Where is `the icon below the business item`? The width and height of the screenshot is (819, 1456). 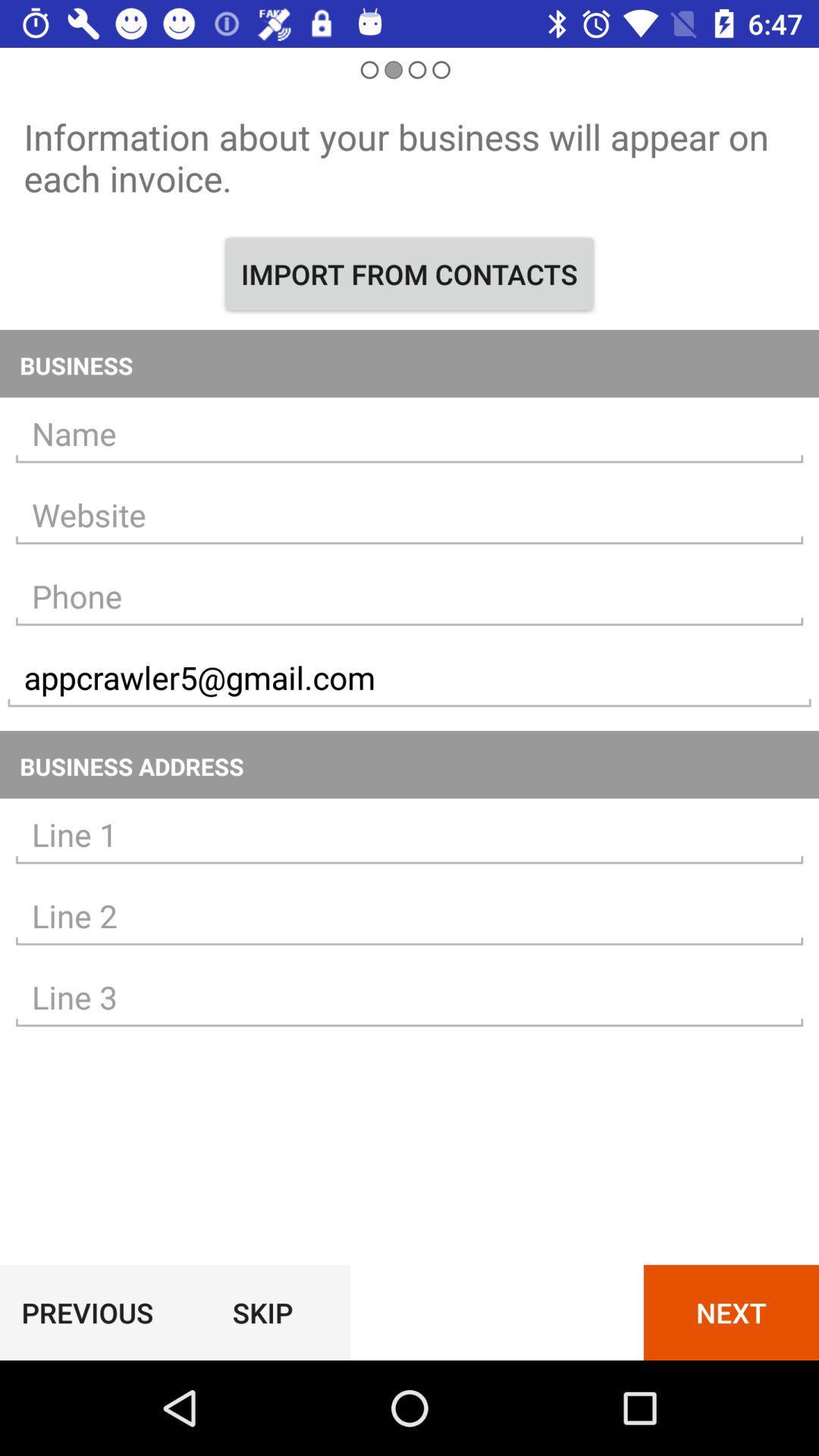 the icon below the business item is located at coordinates (409, 433).